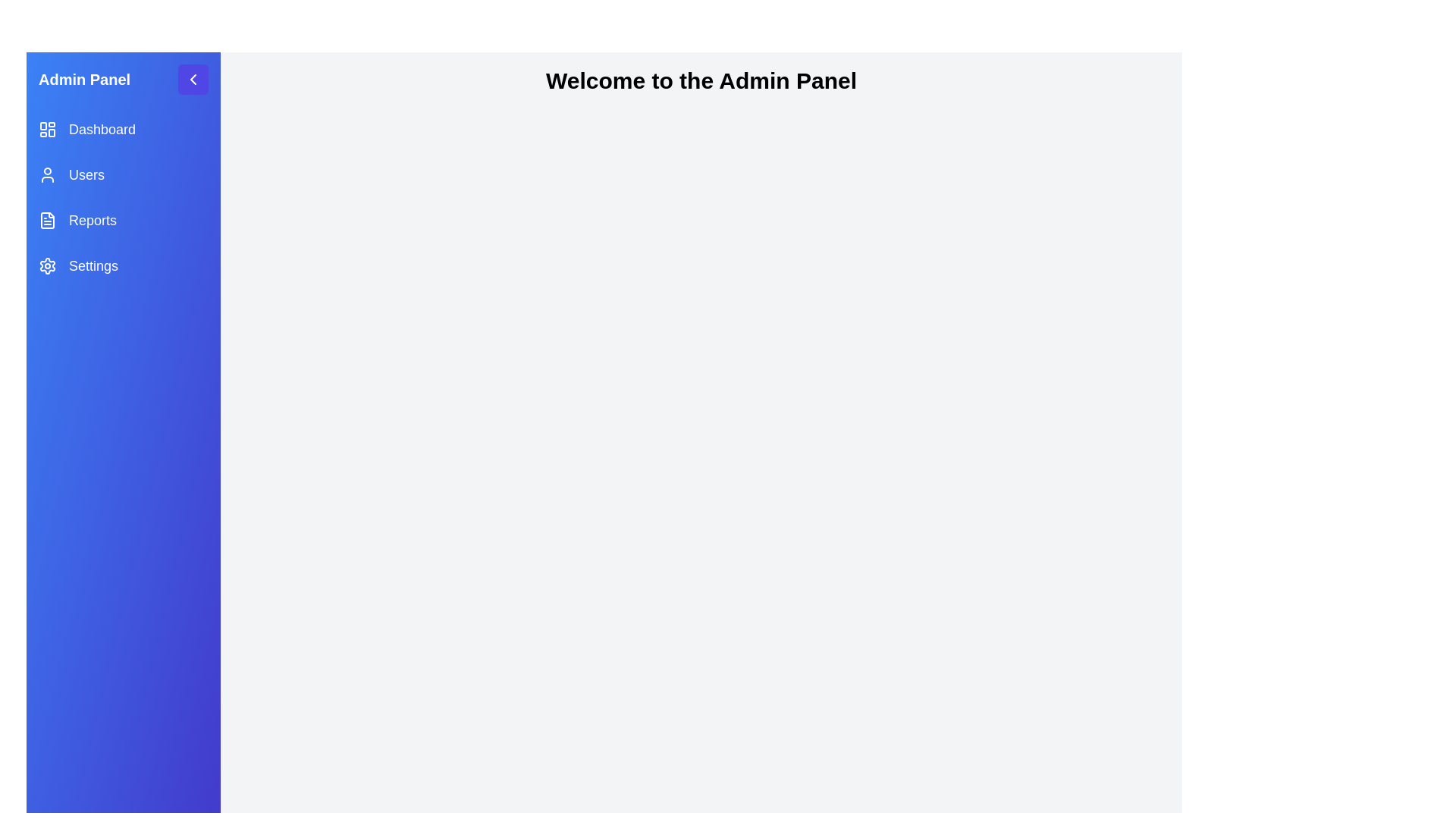  Describe the element at coordinates (83, 79) in the screenshot. I see `the bold 'Admin Panel' header text located at the top-left section of the interface, which is prominently displayed in a large font size` at that location.